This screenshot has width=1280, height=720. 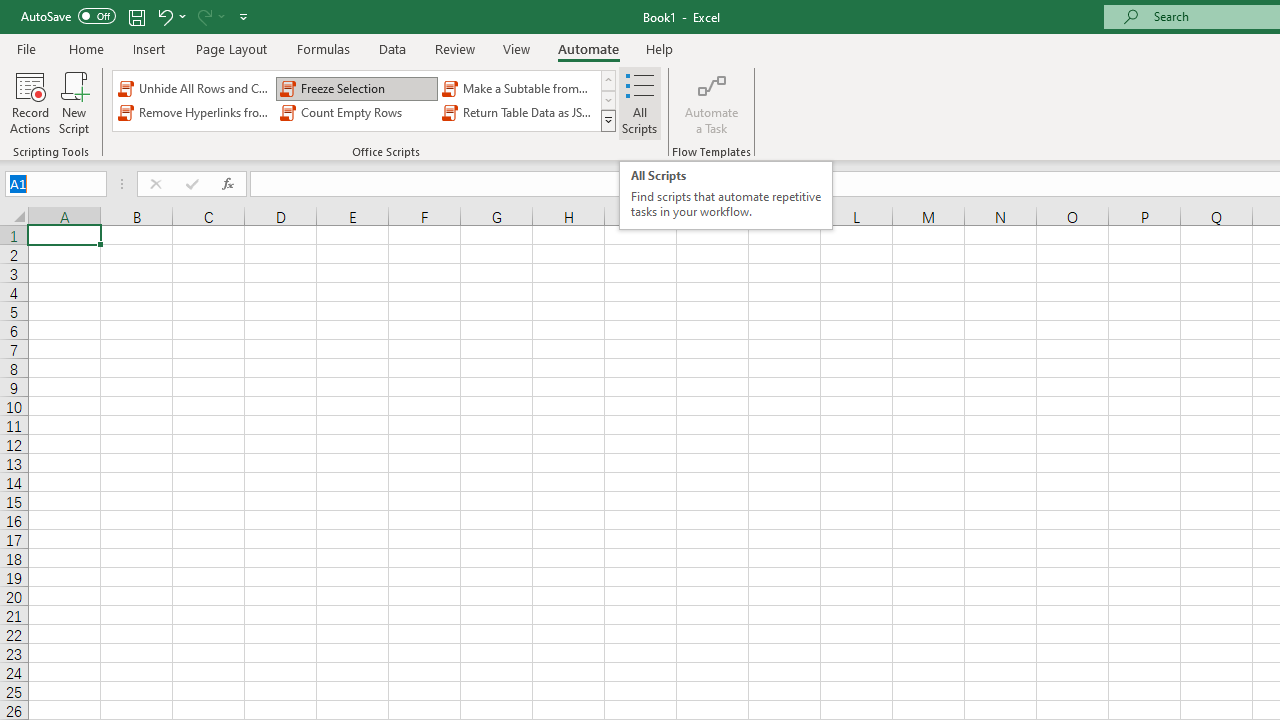 What do you see at coordinates (607, 100) in the screenshot?
I see `'Row Down'` at bounding box center [607, 100].